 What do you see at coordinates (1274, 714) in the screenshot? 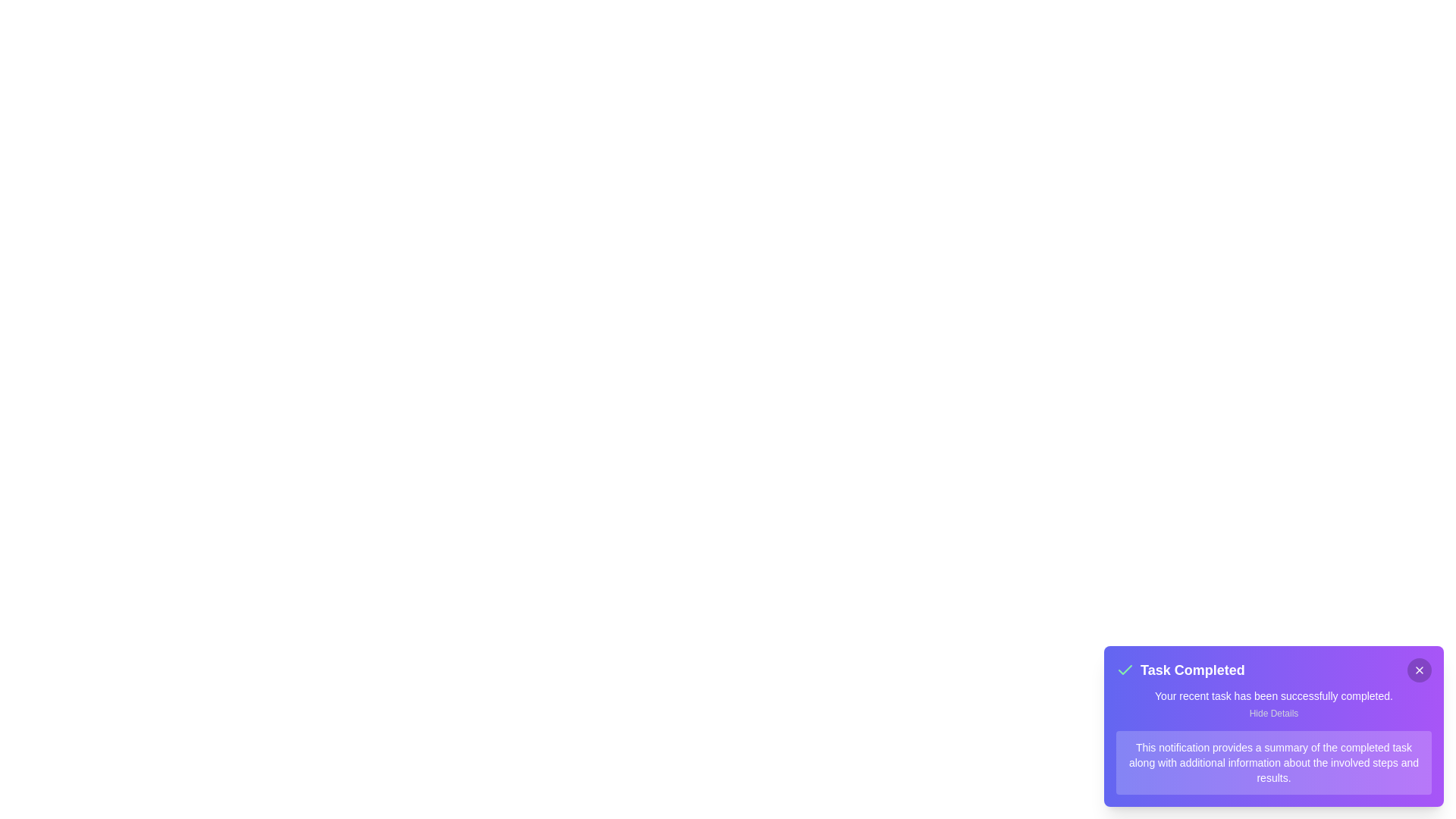
I see `the 'Hide Details' button to toggle the visibility of the details section` at bounding box center [1274, 714].